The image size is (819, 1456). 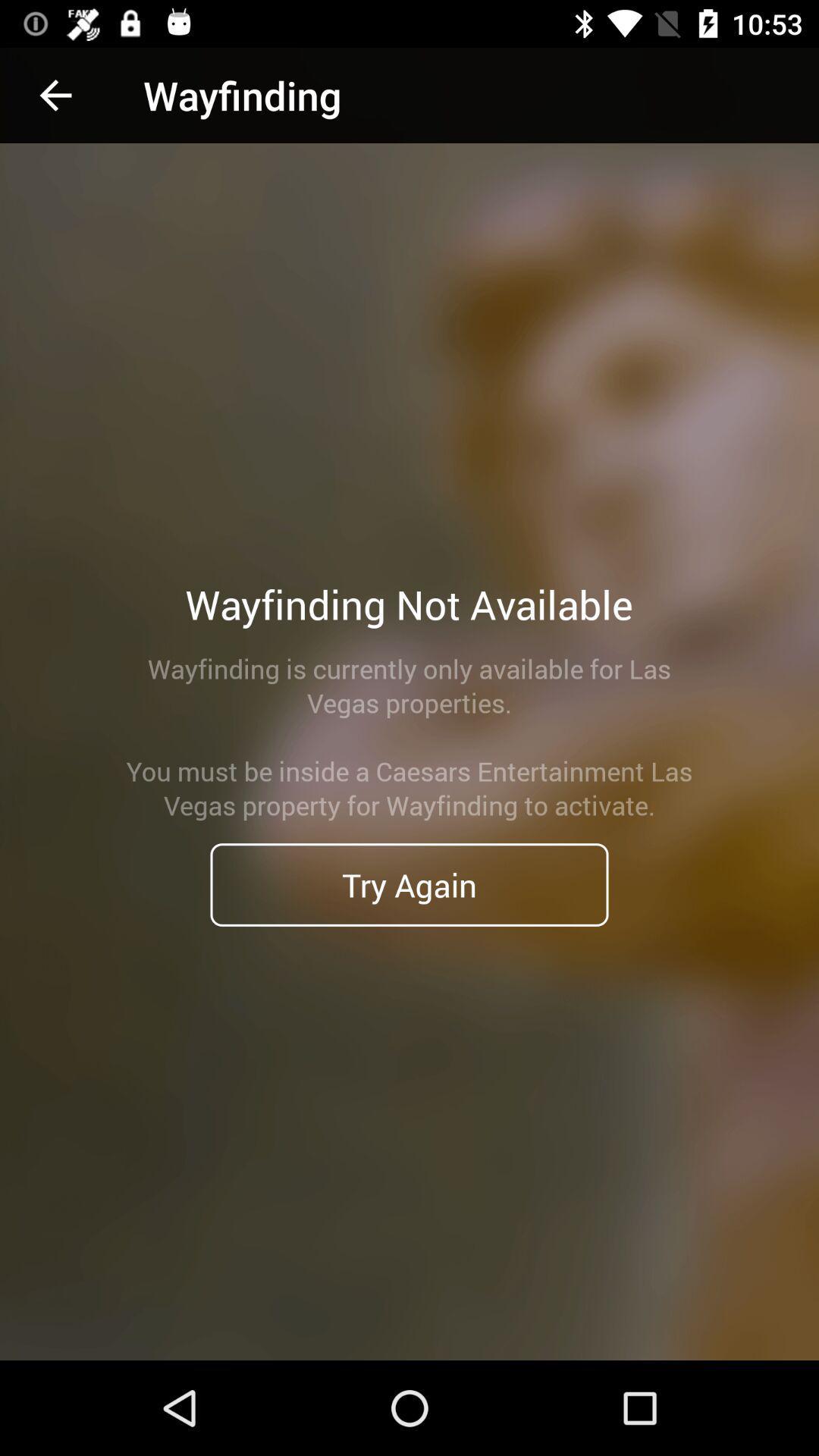 What do you see at coordinates (55, 94) in the screenshot?
I see `item to the left of wayfinding` at bounding box center [55, 94].